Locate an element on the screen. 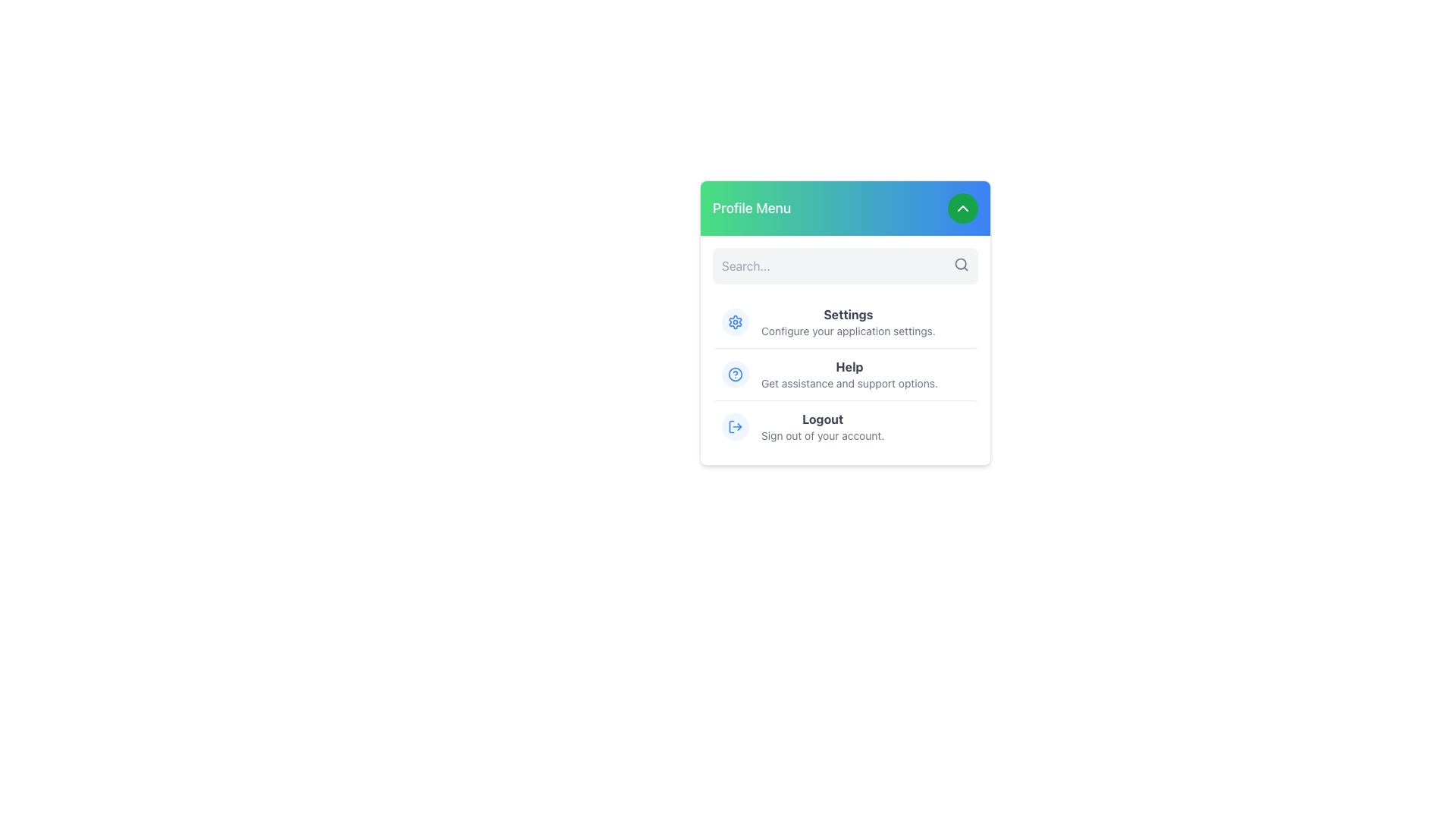 This screenshot has height=819, width=1456. the outer circle of the help icon located to the left of the 'Help' text within the Profile Menu is located at coordinates (735, 374).